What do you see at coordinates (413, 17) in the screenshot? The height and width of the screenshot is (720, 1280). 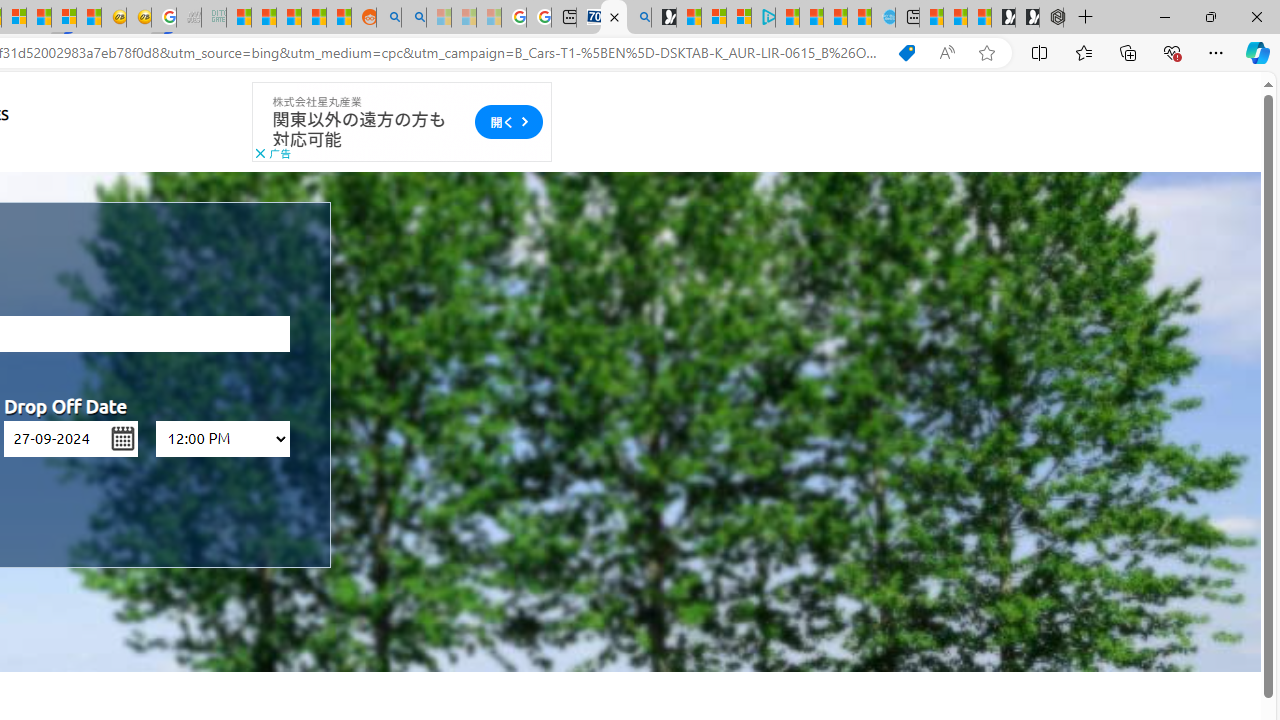 I see `'Utah sues federal government - Search'` at bounding box center [413, 17].